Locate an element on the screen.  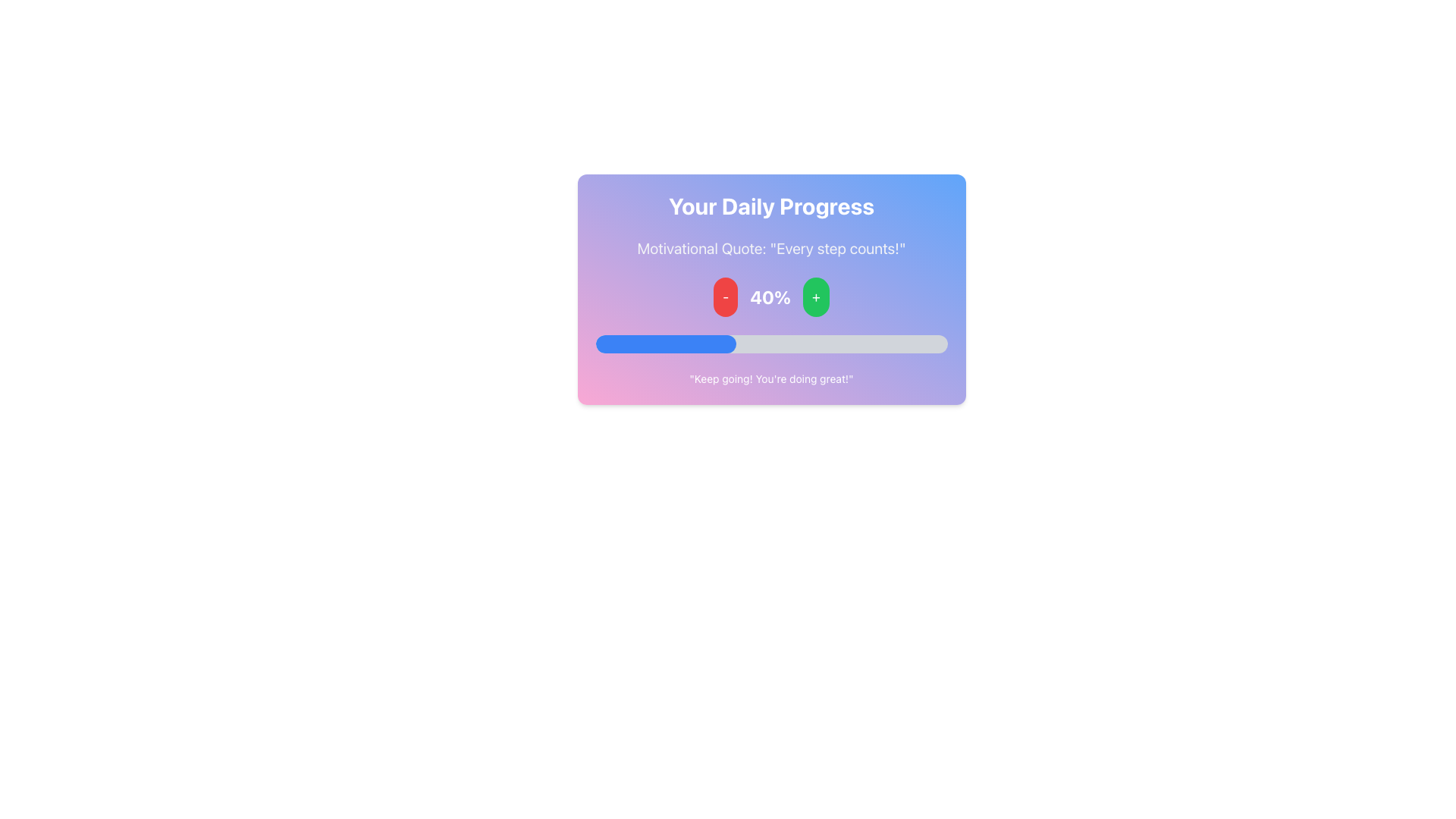
the green circular button with a white plus symbol ('+') located to the right of a text element displaying '40%' and to the right of a red circular button with a minus ('-') symbol is located at coordinates (815, 297).